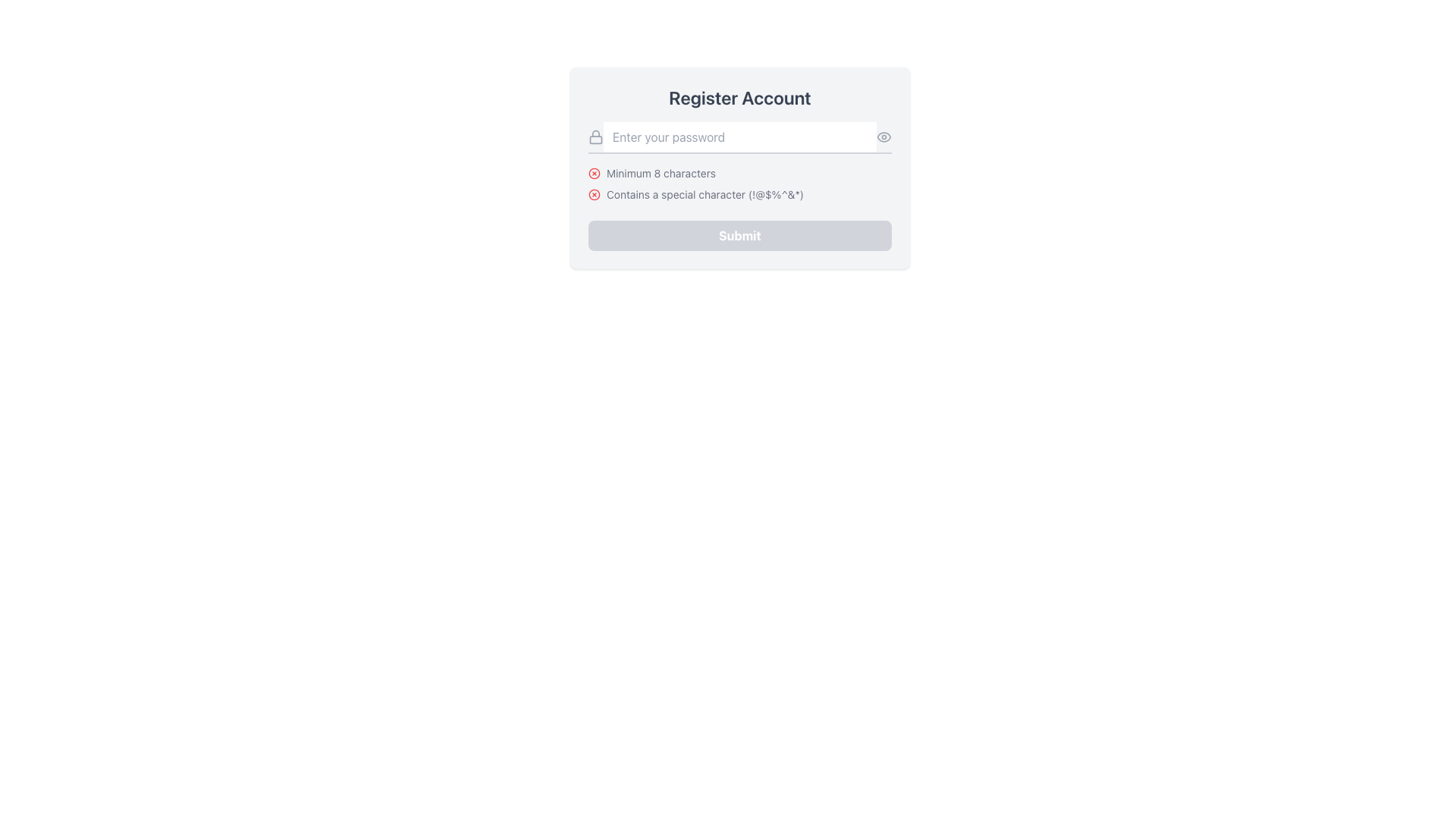 Image resolution: width=1456 pixels, height=819 pixels. What do you see at coordinates (661, 172) in the screenshot?
I see `the text label displaying 'Minimum 8 characters', which indicates password validation criteria and is styled in a small gray font, located below the password input field` at bounding box center [661, 172].